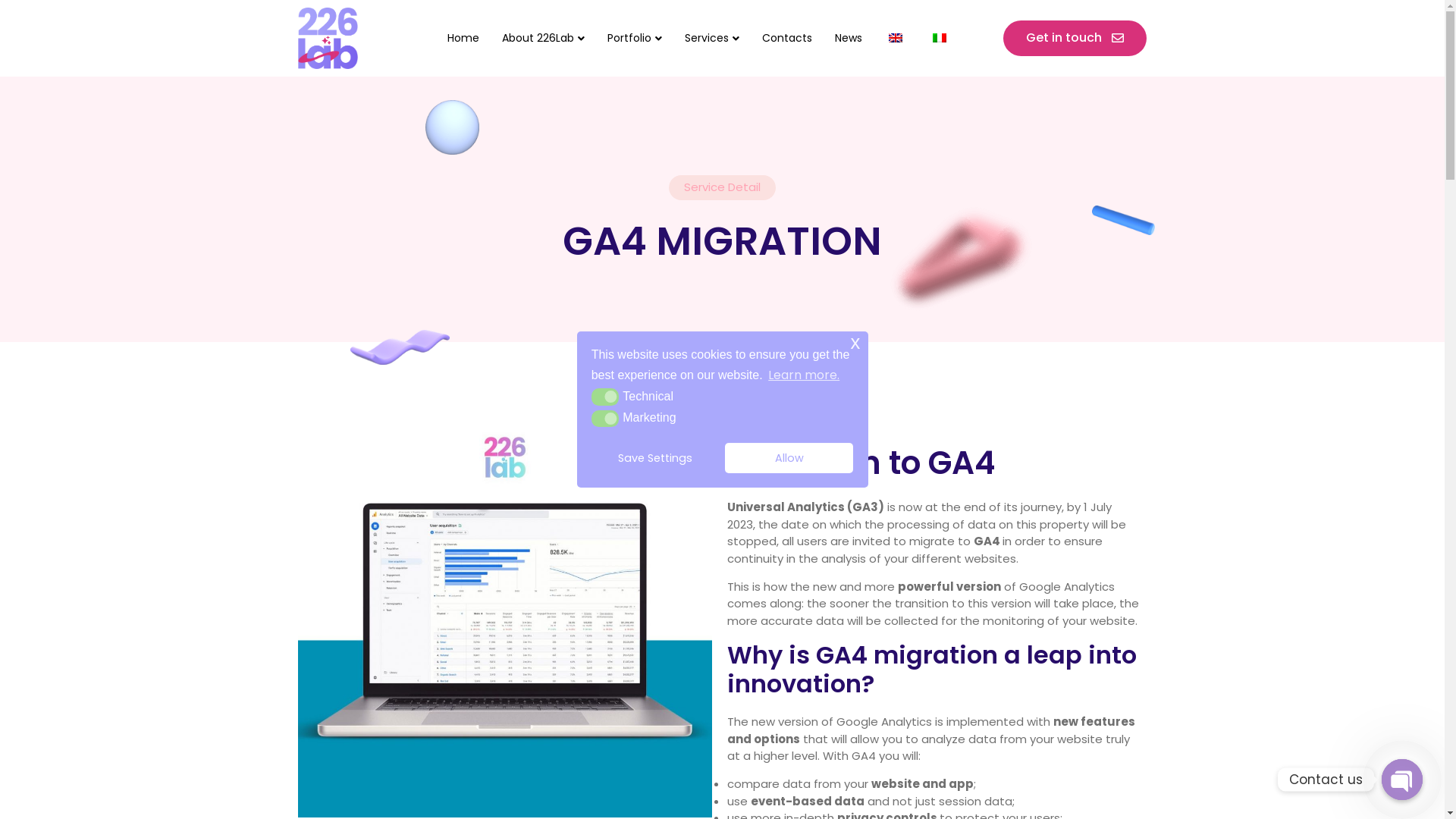 This screenshot has height=819, width=1456. What do you see at coordinates (765, 375) in the screenshot?
I see `'Learn more.'` at bounding box center [765, 375].